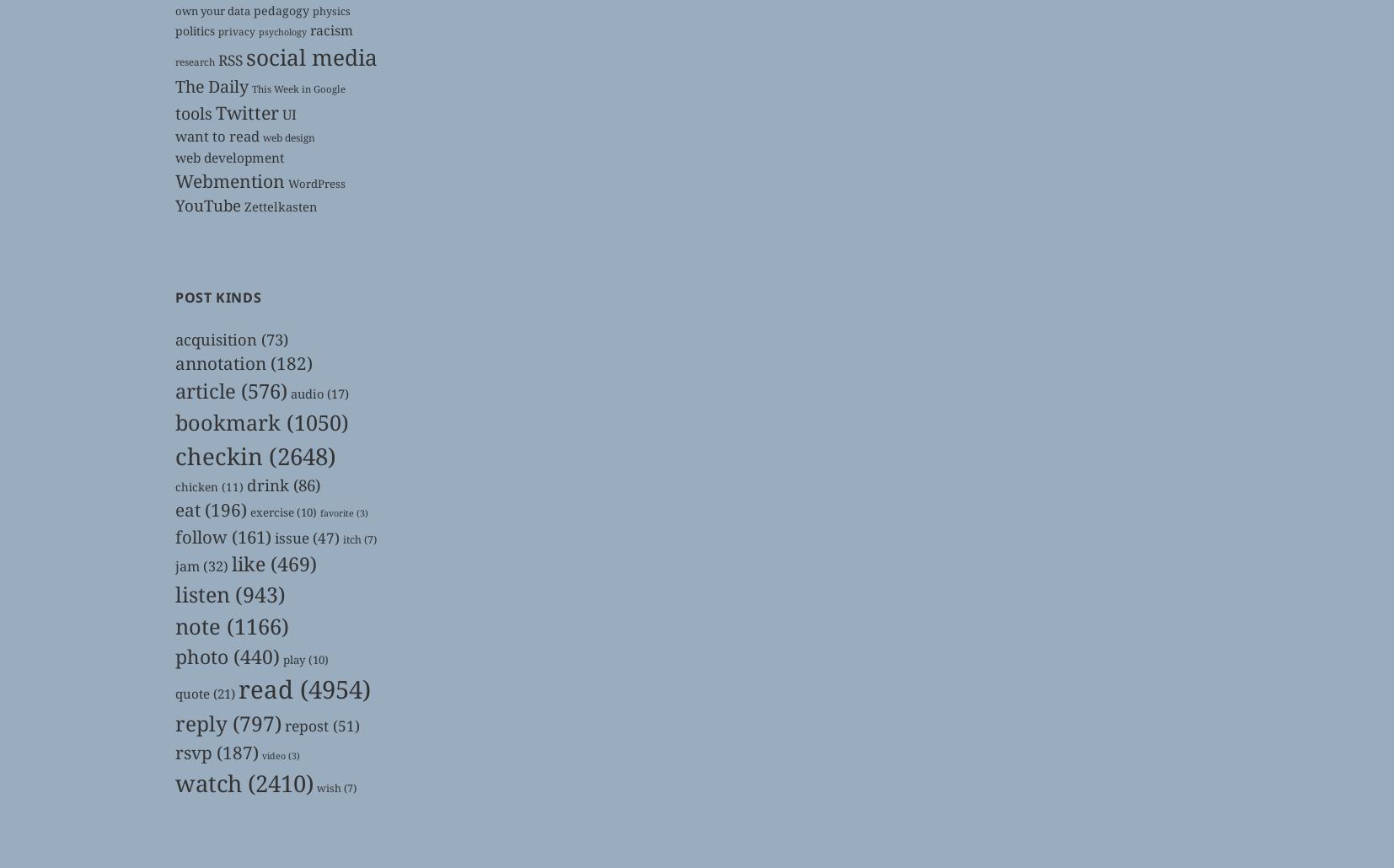 The image size is (1394, 868). What do you see at coordinates (229, 179) in the screenshot?
I see `'Webmention'` at bounding box center [229, 179].